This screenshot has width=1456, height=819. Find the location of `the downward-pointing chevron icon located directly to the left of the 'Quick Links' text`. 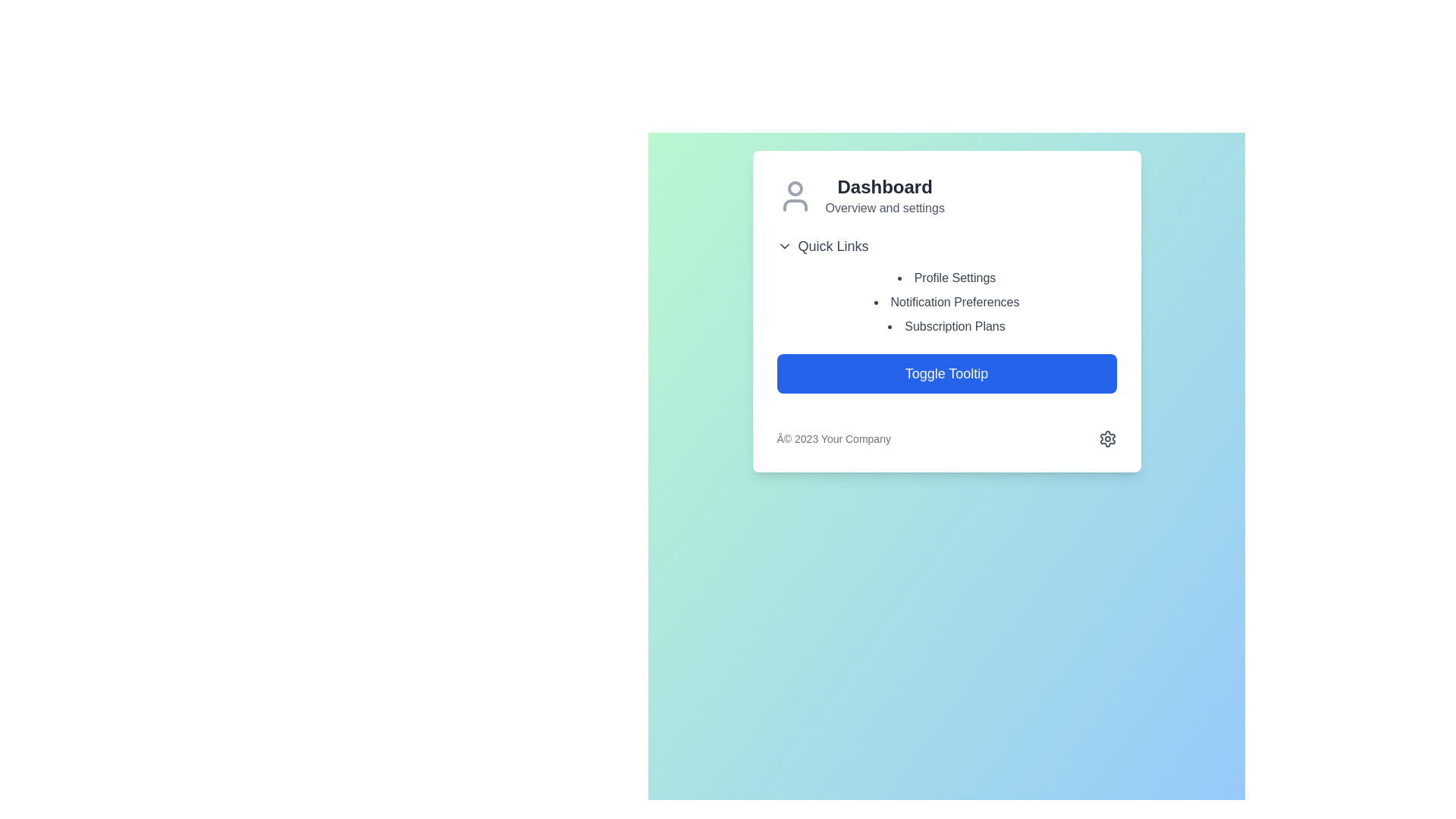

the downward-pointing chevron icon located directly to the left of the 'Quick Links' text is located at coordinates (784, 245).